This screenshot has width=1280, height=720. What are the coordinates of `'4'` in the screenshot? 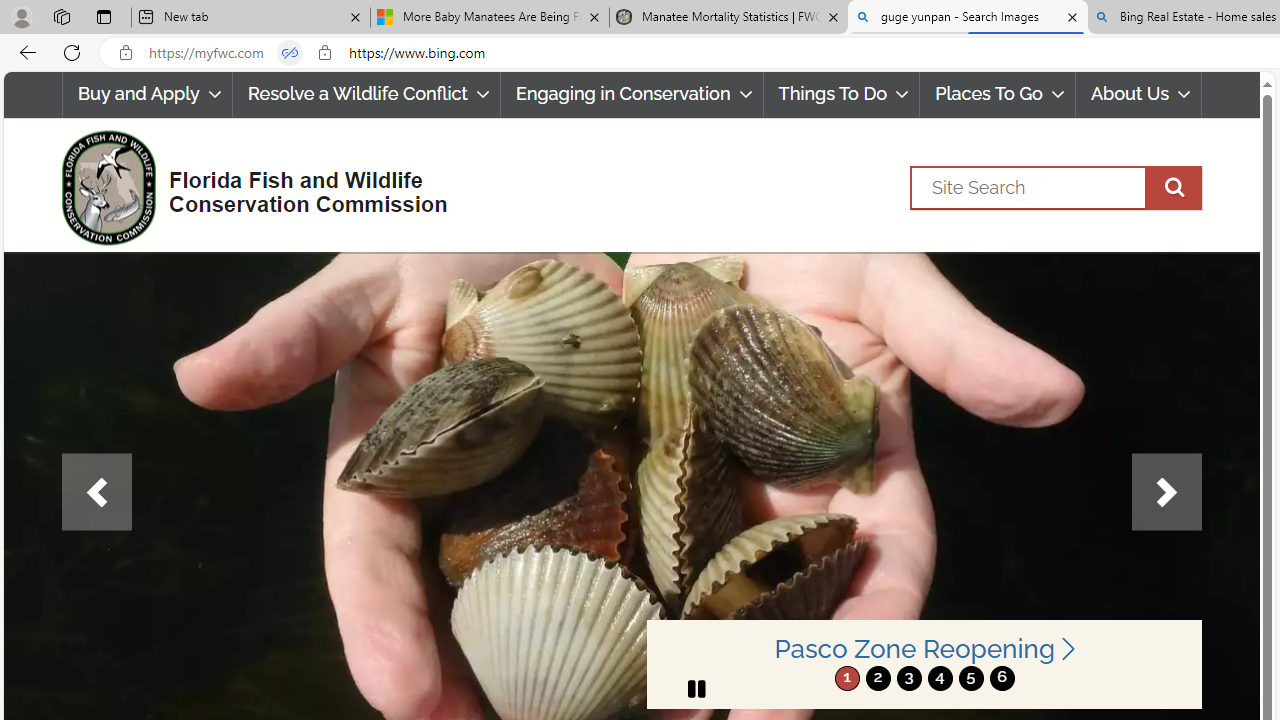 It's located at (939, 677).